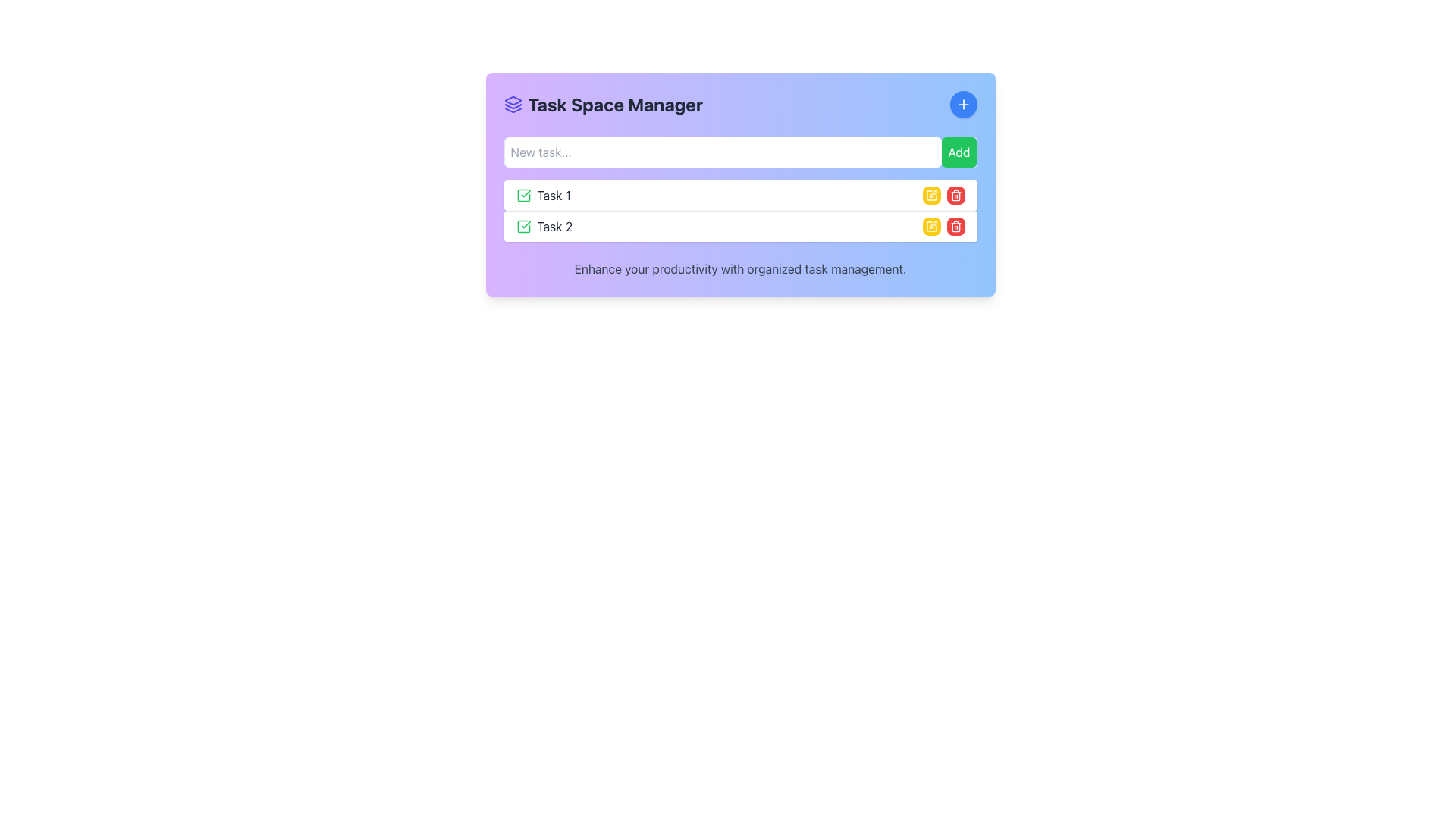  What do you see at coordinates (523, 195) in the screenshot?
I see `the Checkbox icon with a green checkmark` at bounding box center [523, 195].